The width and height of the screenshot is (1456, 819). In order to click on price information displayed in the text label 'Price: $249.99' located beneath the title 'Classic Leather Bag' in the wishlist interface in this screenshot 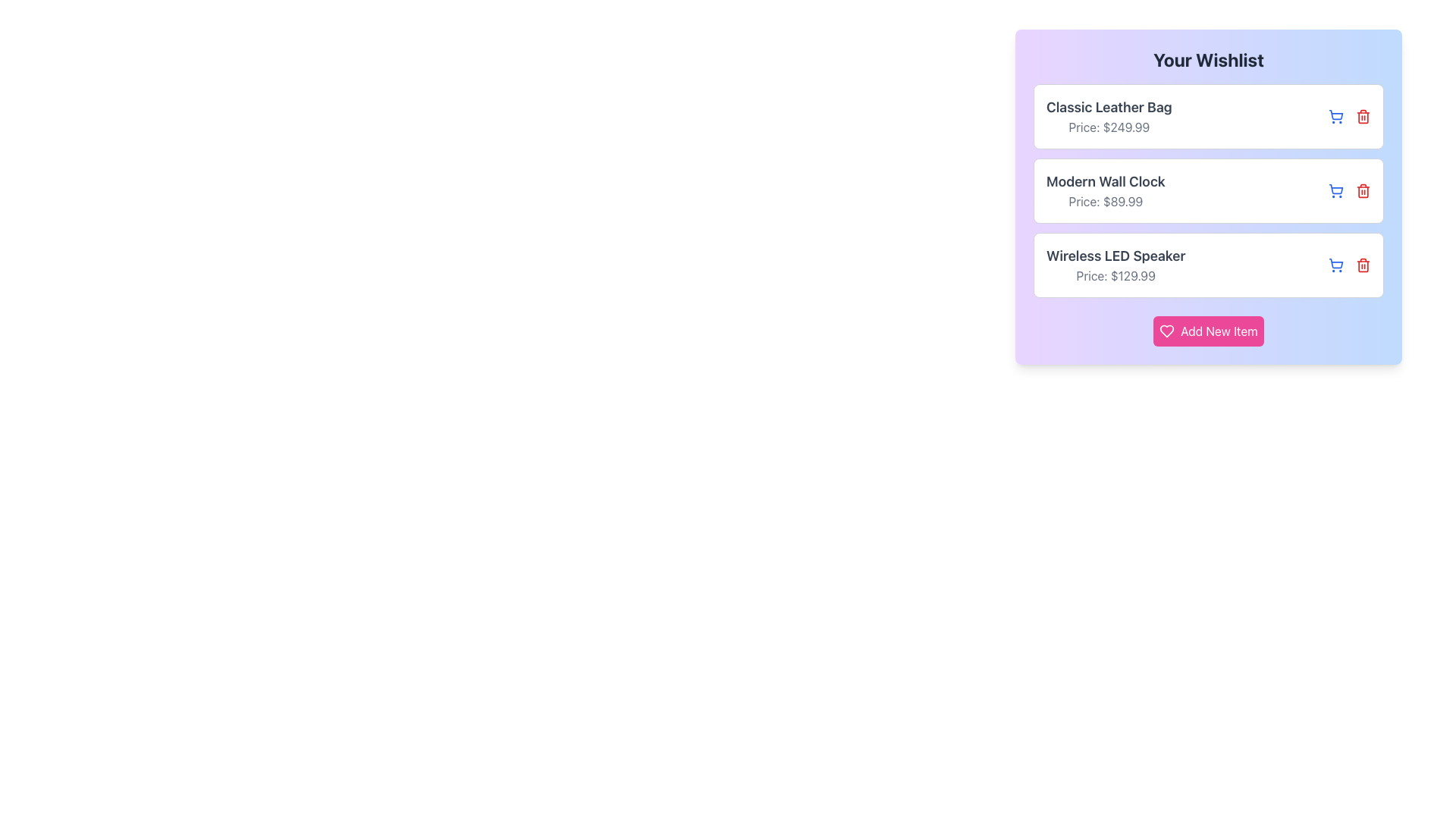, I will do `click(1109, 127)`.